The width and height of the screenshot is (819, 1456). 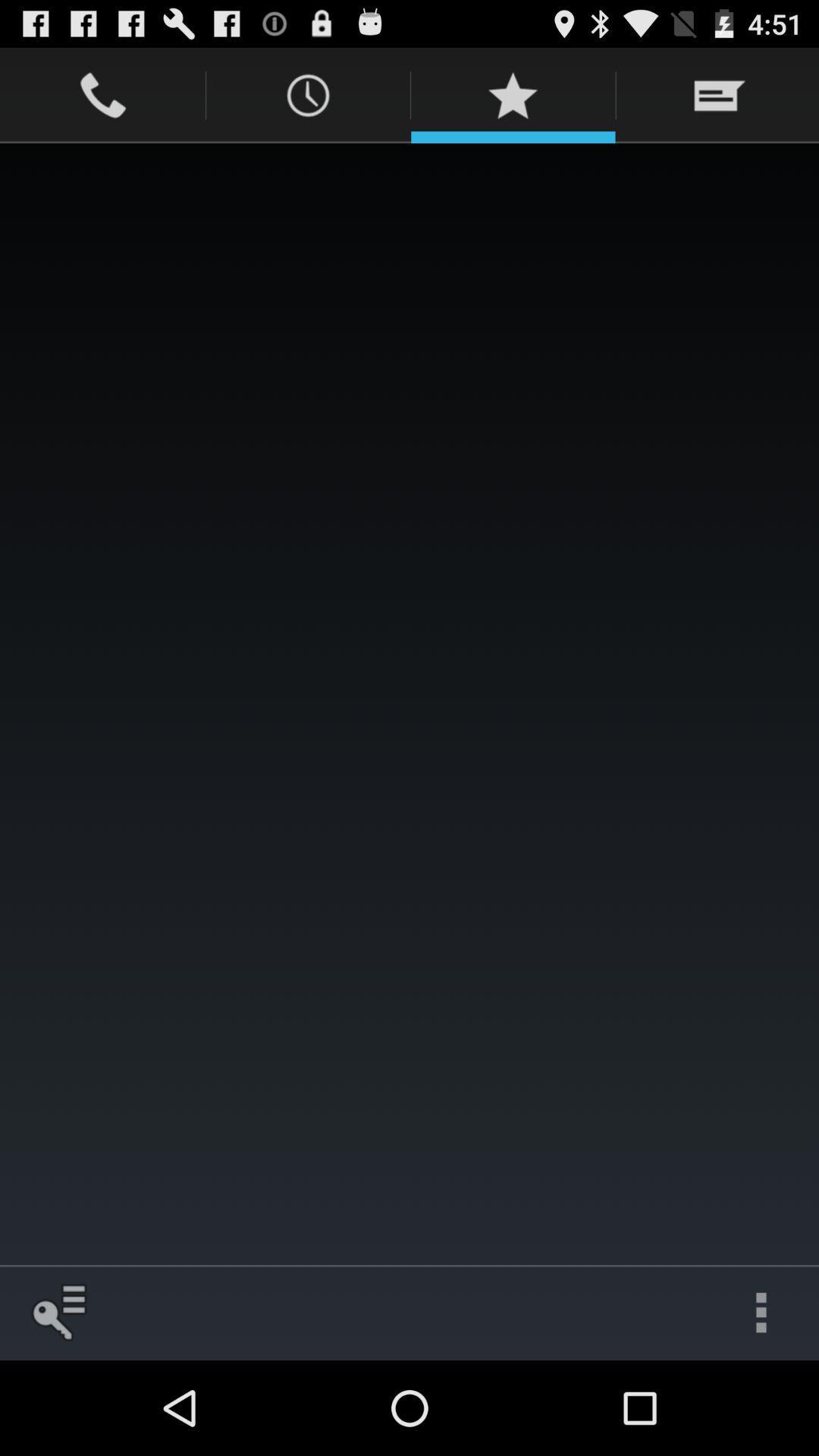 What do you see at coordinates (761, 1312) in the screenshot?
I see `the icon at the bottom right corner` at bounding box center [761, 1312].